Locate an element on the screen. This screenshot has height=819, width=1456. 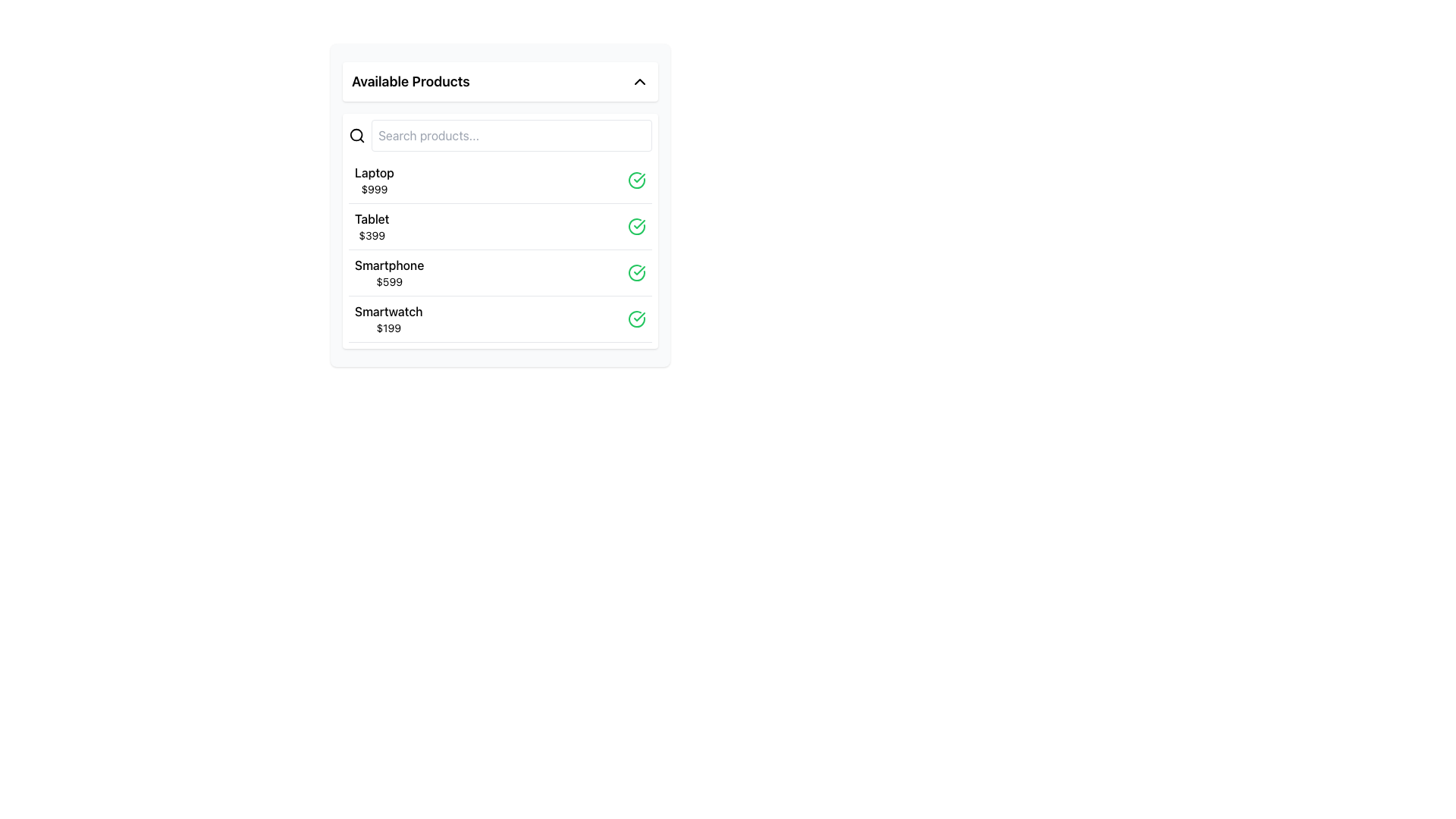
the text label 'Smartwatch' located in the fourth row of the 'Available Products' section is located at coordinates (388, 311).